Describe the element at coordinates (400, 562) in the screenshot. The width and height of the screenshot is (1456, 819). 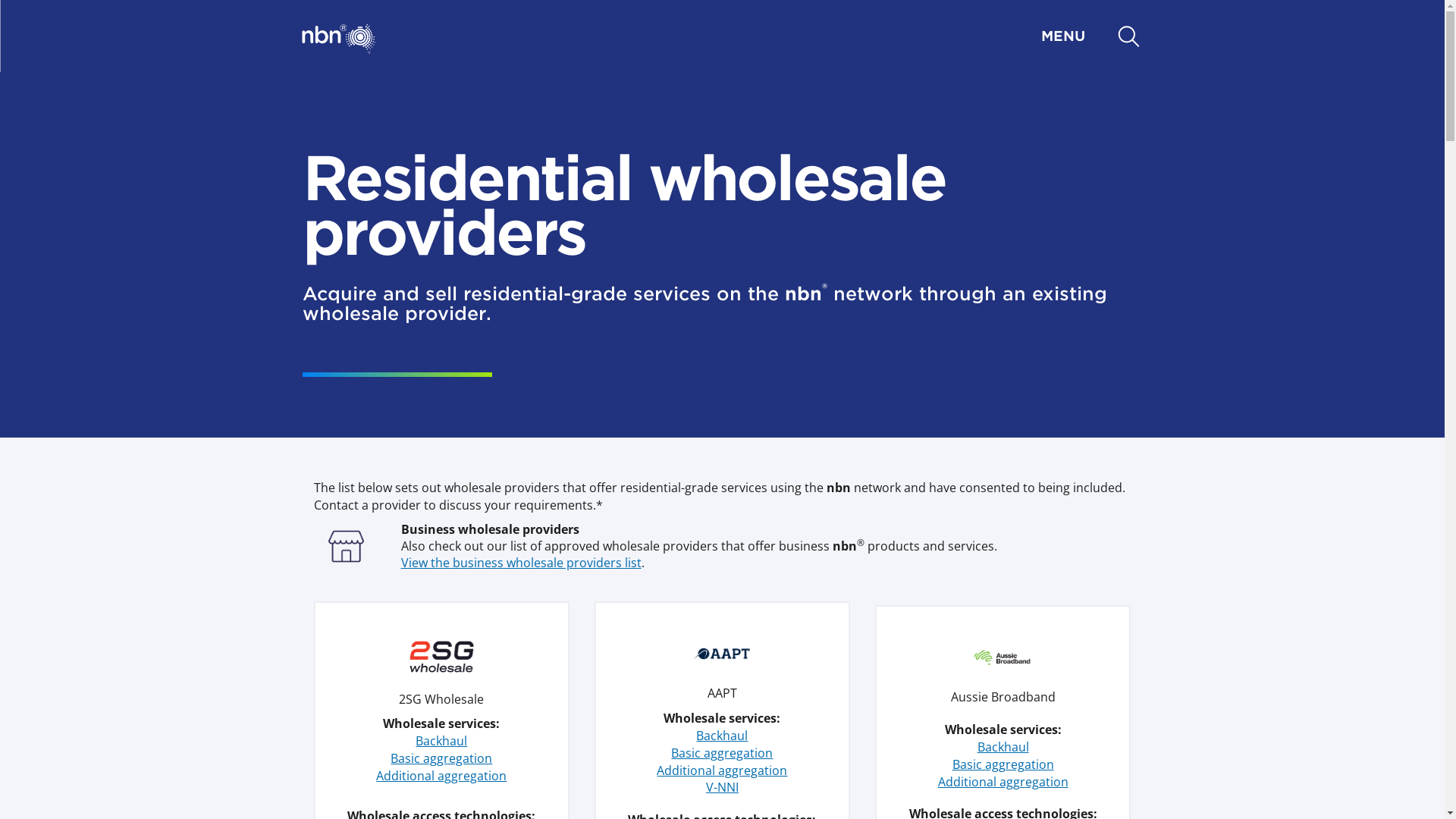
I see `'View the business wholesale providers list'` at that location.